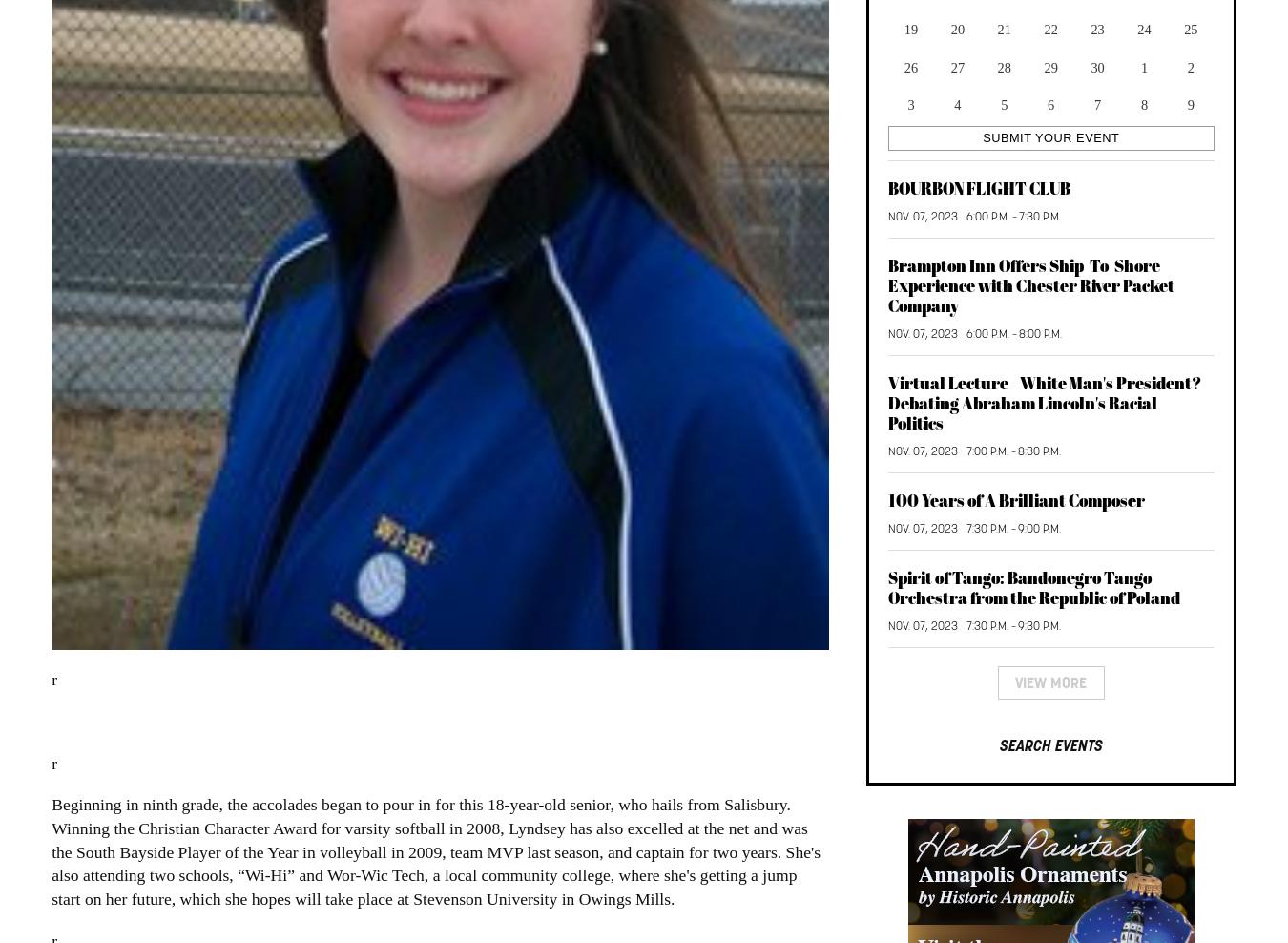 The image size is (1288, 943). I want to click on '25', so click(1190, 29).